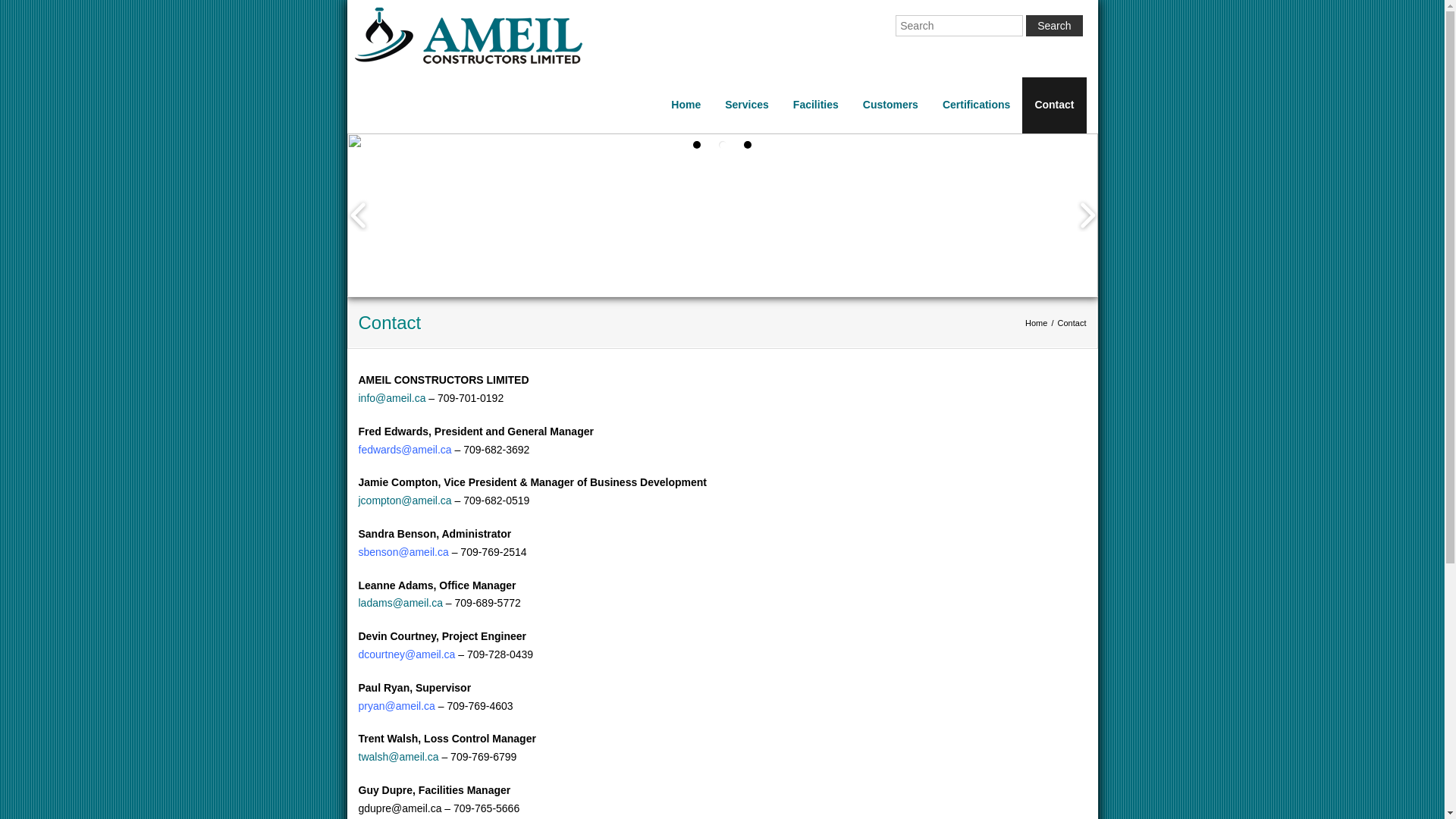 This screenshot has height=819, width=1456. I want to click on 'Services', so click(746, 104).